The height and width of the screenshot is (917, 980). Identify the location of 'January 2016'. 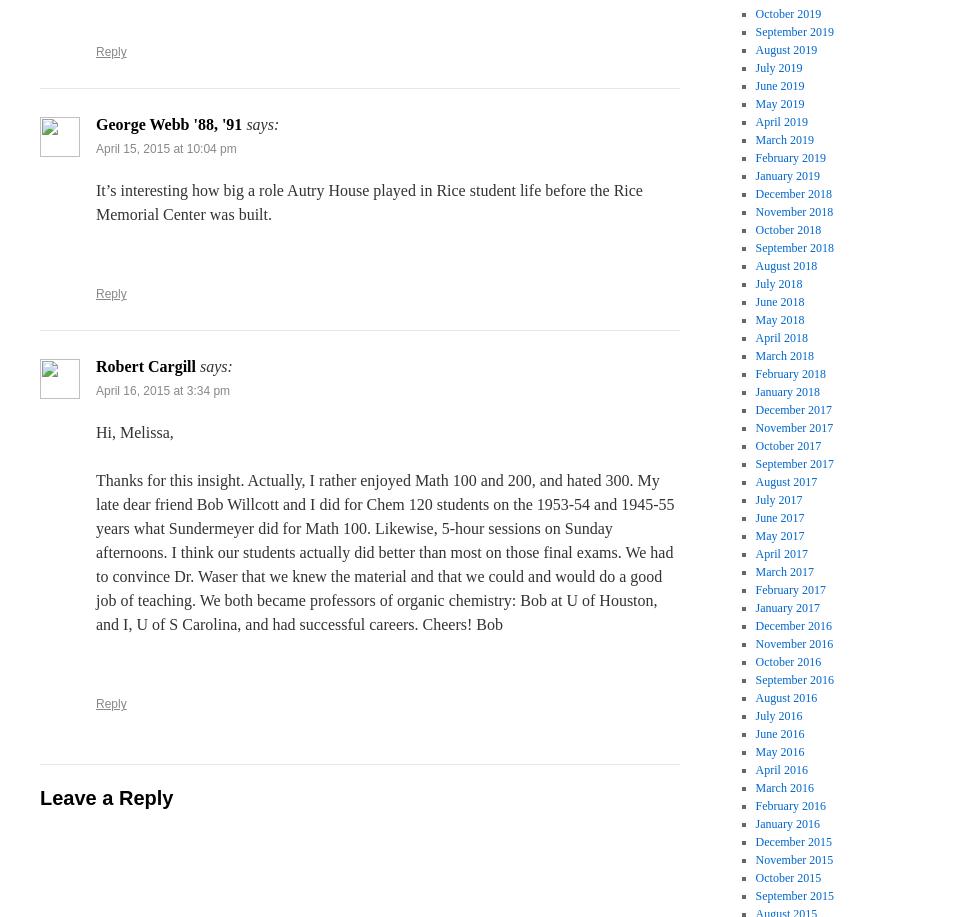
(787, 824).